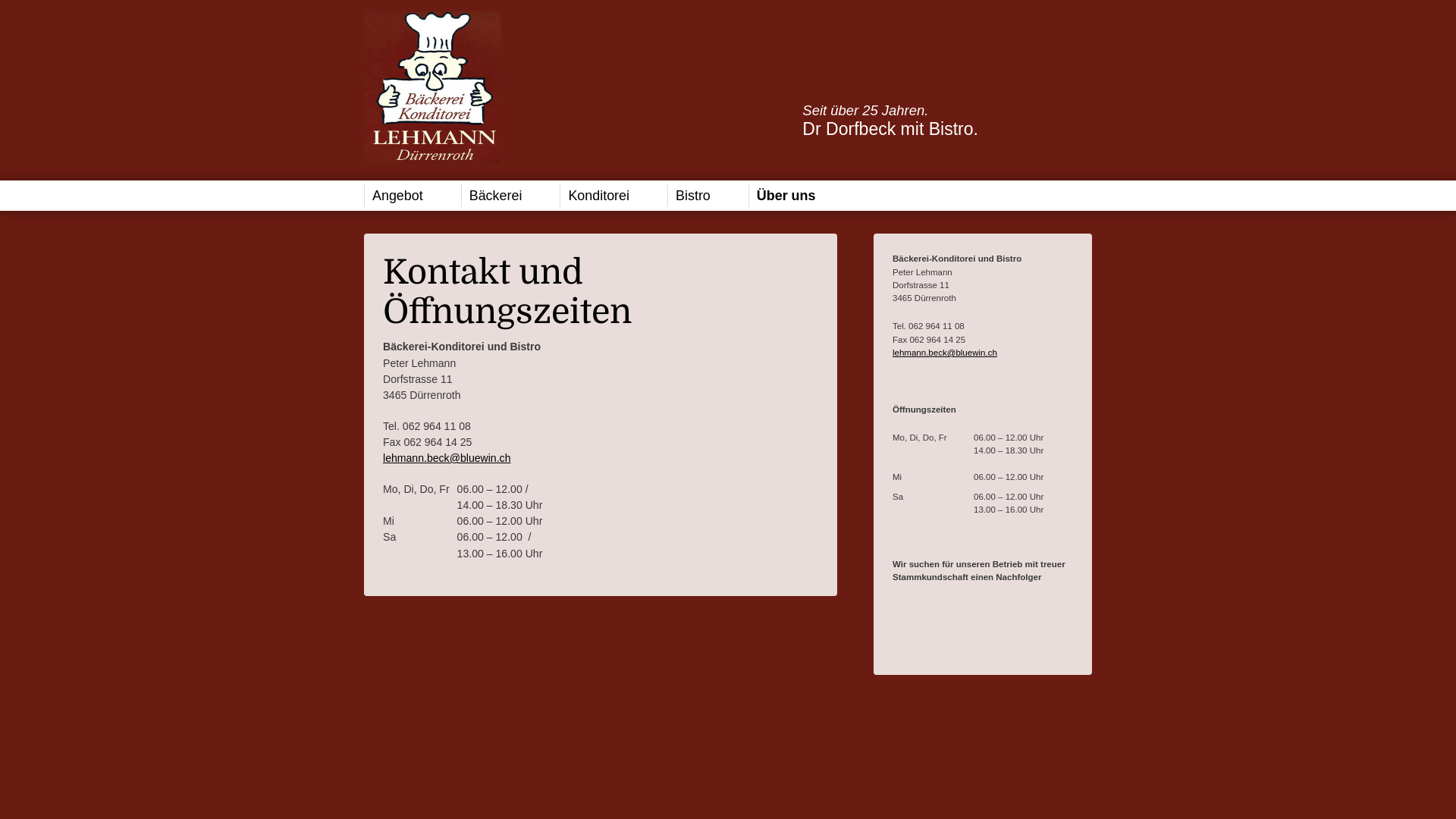  Describe the element at coordinates (446, 457) in the screenshot. I see `'lehmann.beck@bluewin.ch'` at that location.